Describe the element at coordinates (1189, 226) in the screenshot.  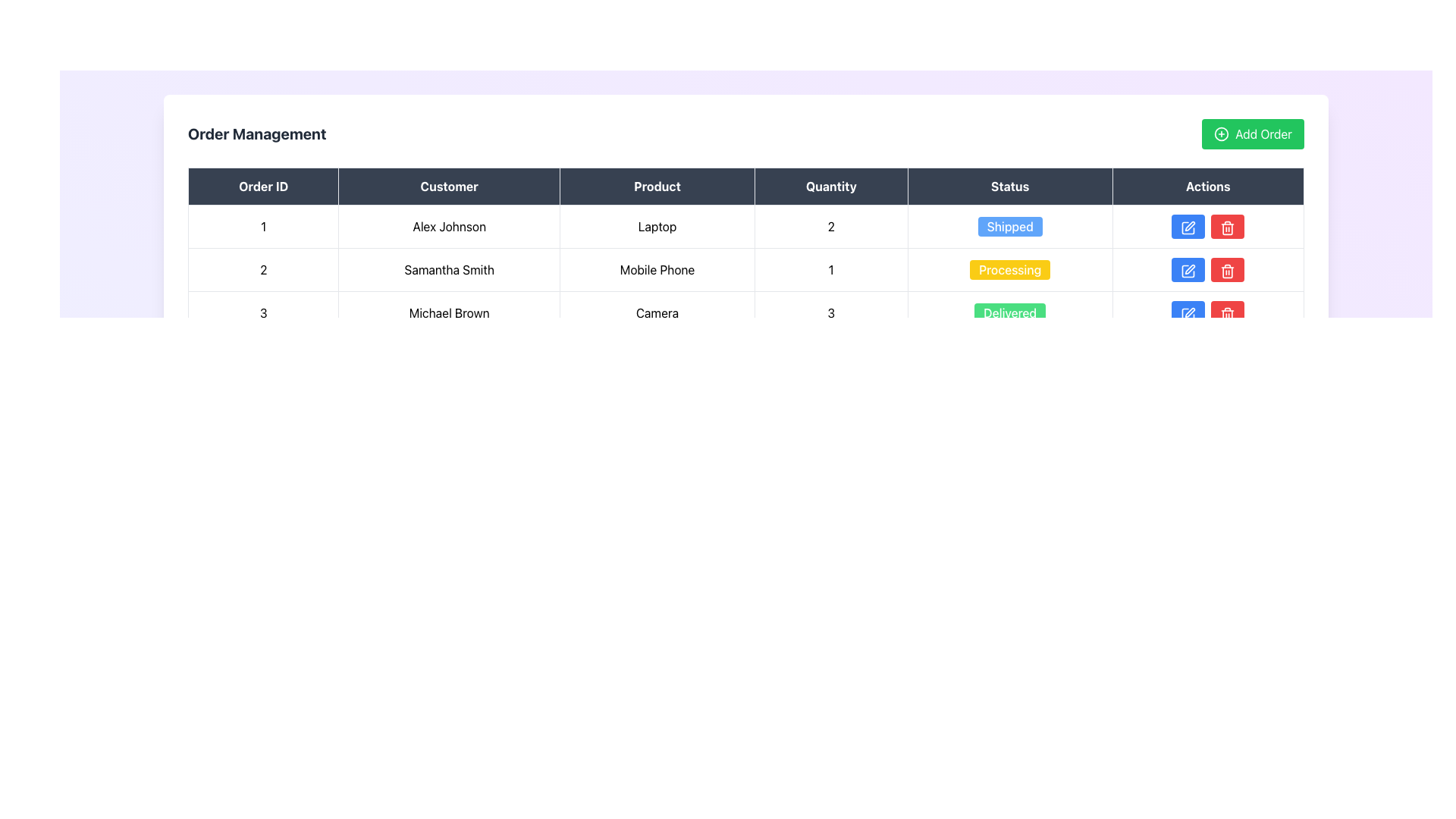
I see `the 'Edit' button icon in the Actions column for the second row, which corresponds to the order information for 'Samantha Smith' and the product 'Mobile Phone', to initiate edit mode for the associated row` at that location.